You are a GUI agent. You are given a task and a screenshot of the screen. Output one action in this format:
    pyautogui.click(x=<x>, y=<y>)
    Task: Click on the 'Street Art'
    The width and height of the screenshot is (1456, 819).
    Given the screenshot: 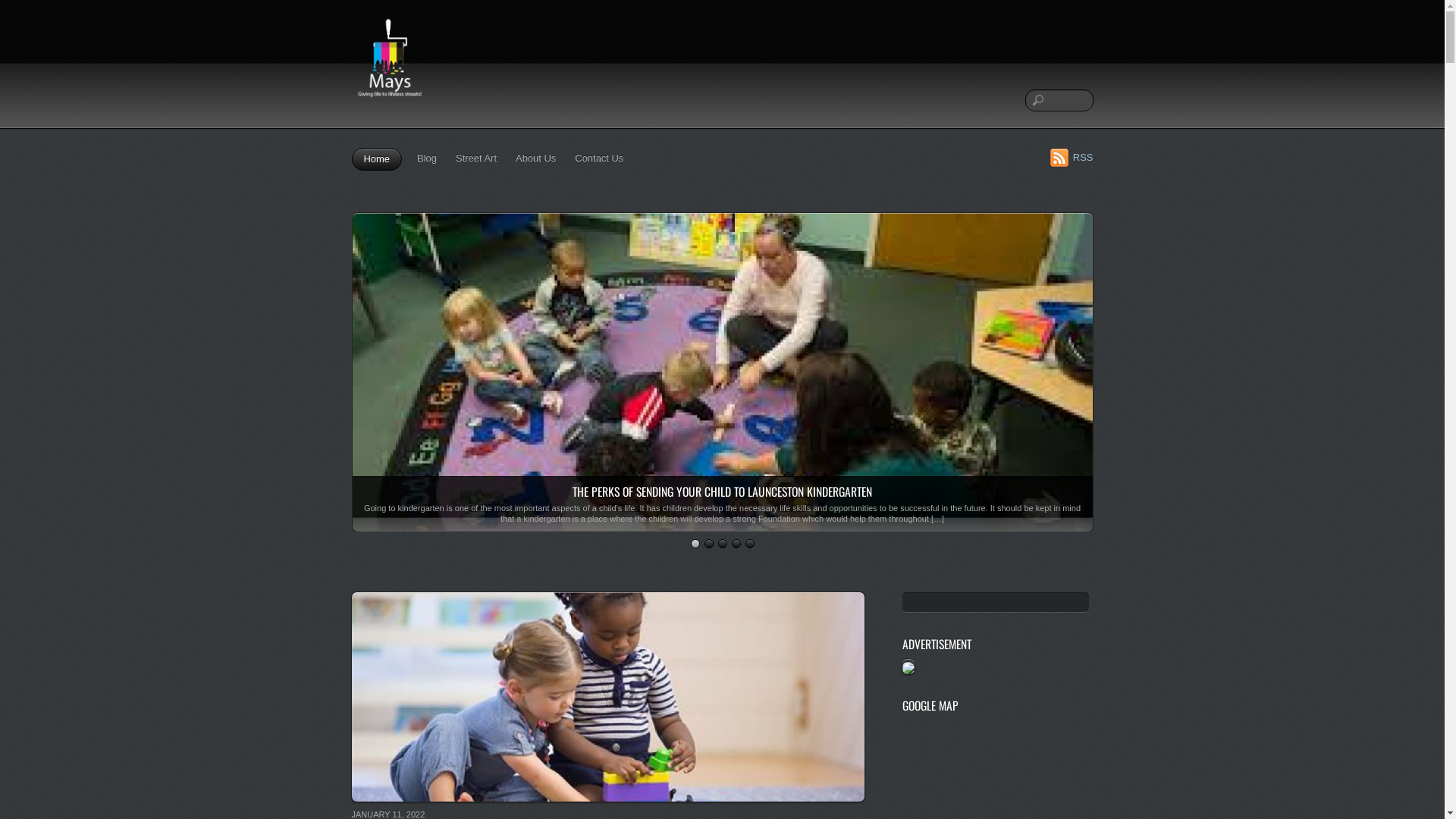 What is the action you would take?
    pyautogui.click(x=450, y=158)
    